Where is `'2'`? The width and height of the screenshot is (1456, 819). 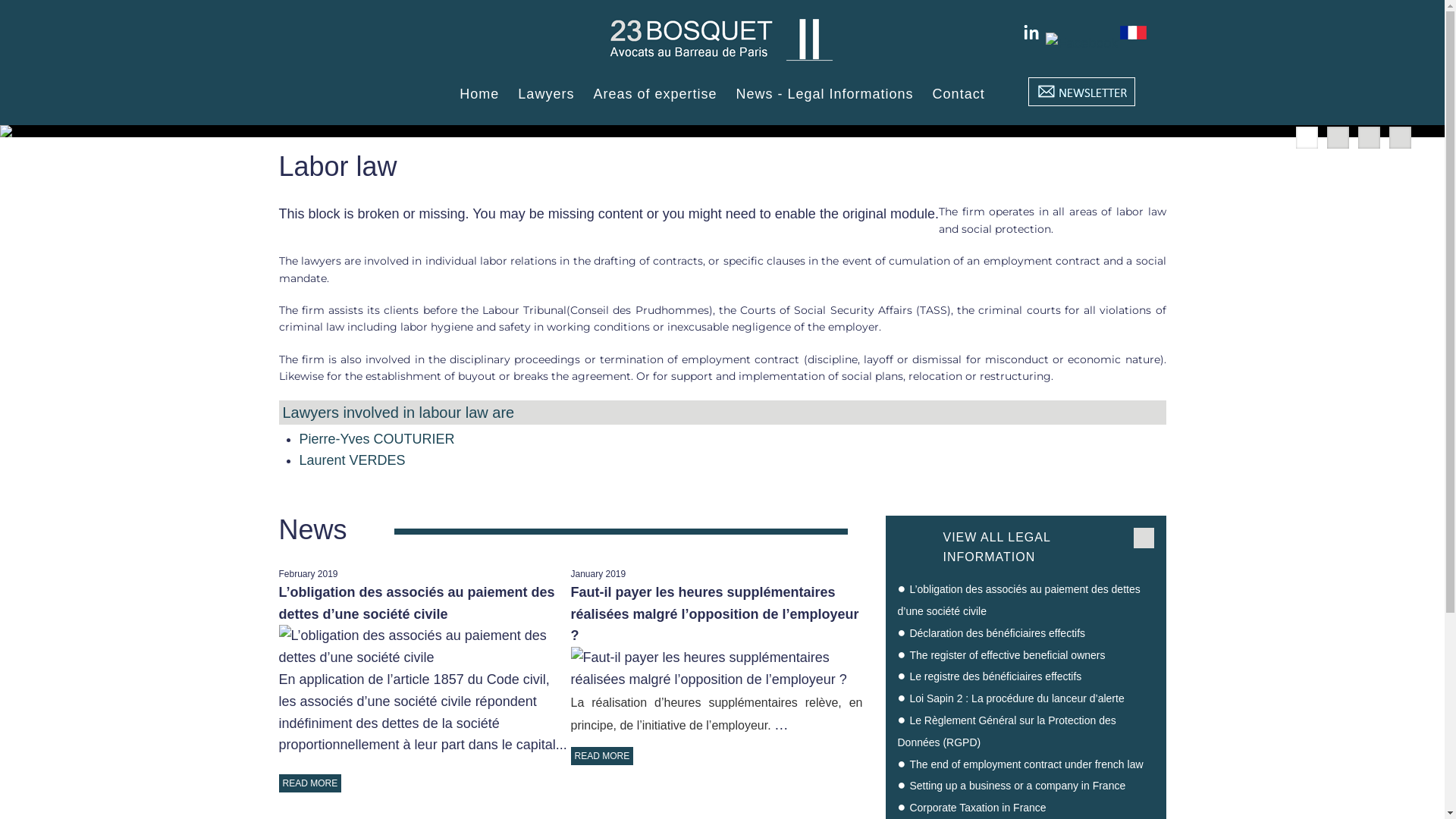 '2' is located at coordinates (1338, 137).